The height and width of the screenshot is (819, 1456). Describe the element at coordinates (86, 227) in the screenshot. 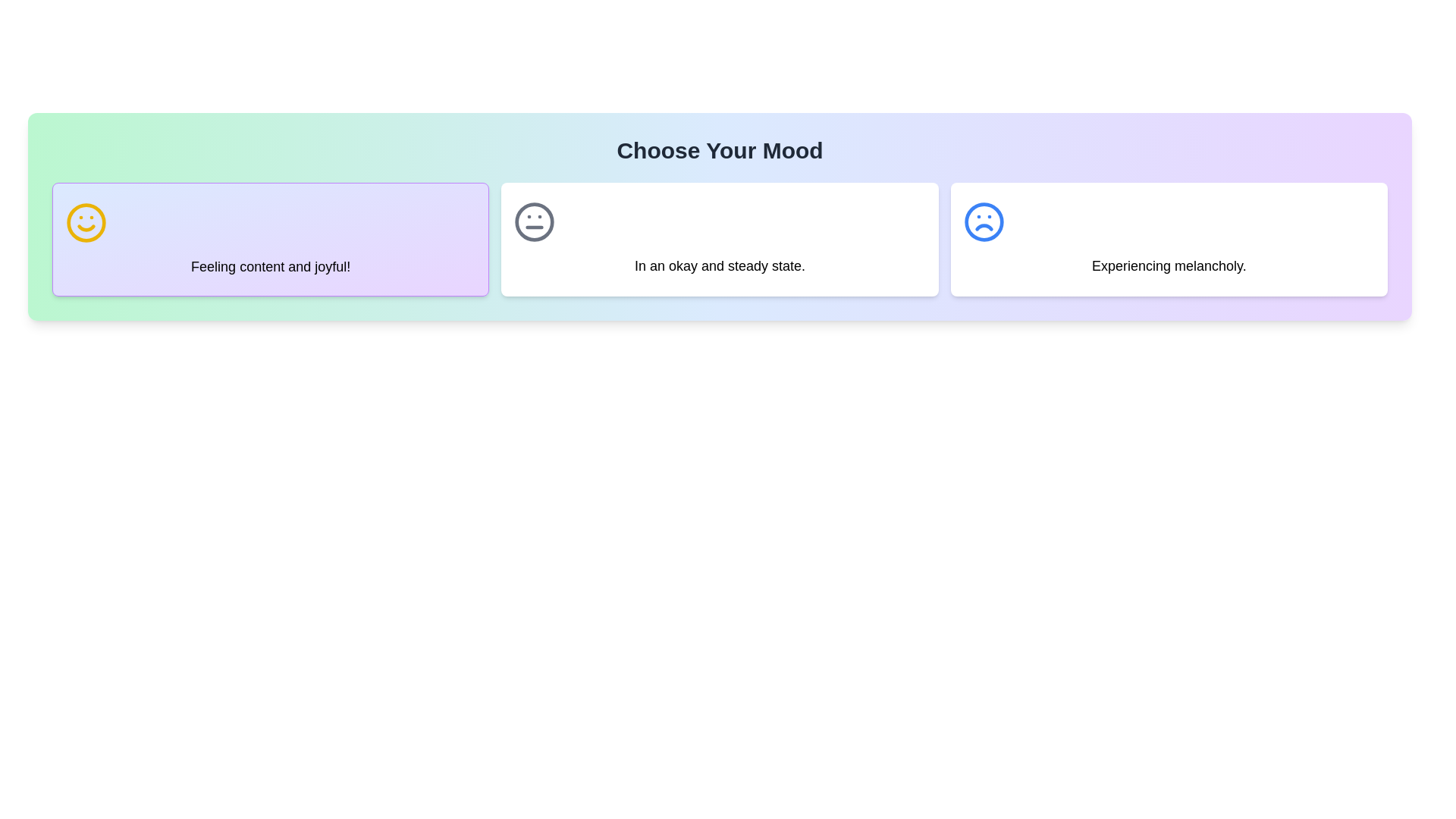

I see `the mouth of the yellow smiley face graphic in the top-left card titled 'Feeling content and joyful!'` at that location.